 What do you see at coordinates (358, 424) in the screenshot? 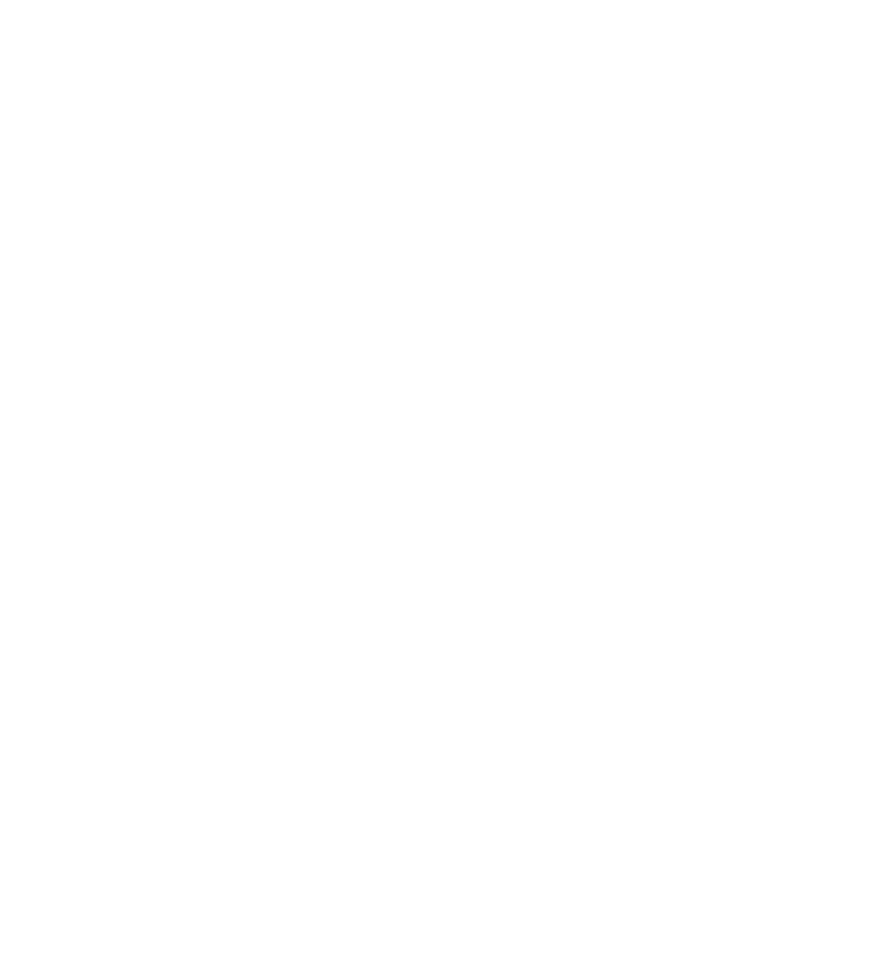
I see `'Audiomovers Binaural Renderer for Apple Music Plug-In Debuts'` at bounding box center [358, 424].